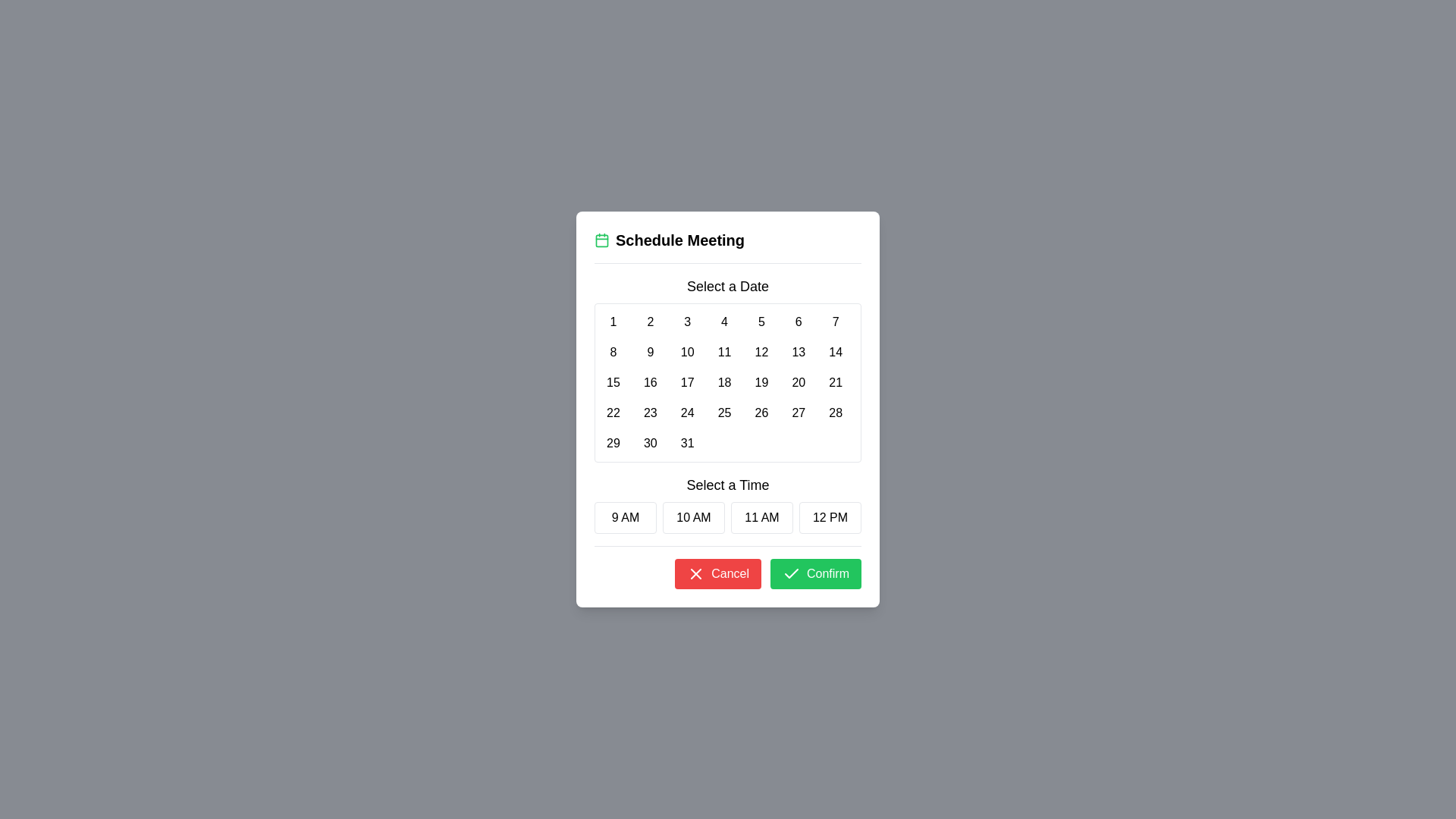  I want to click on the button displaying the number '2' in the date selection grid, so click(650, 321).